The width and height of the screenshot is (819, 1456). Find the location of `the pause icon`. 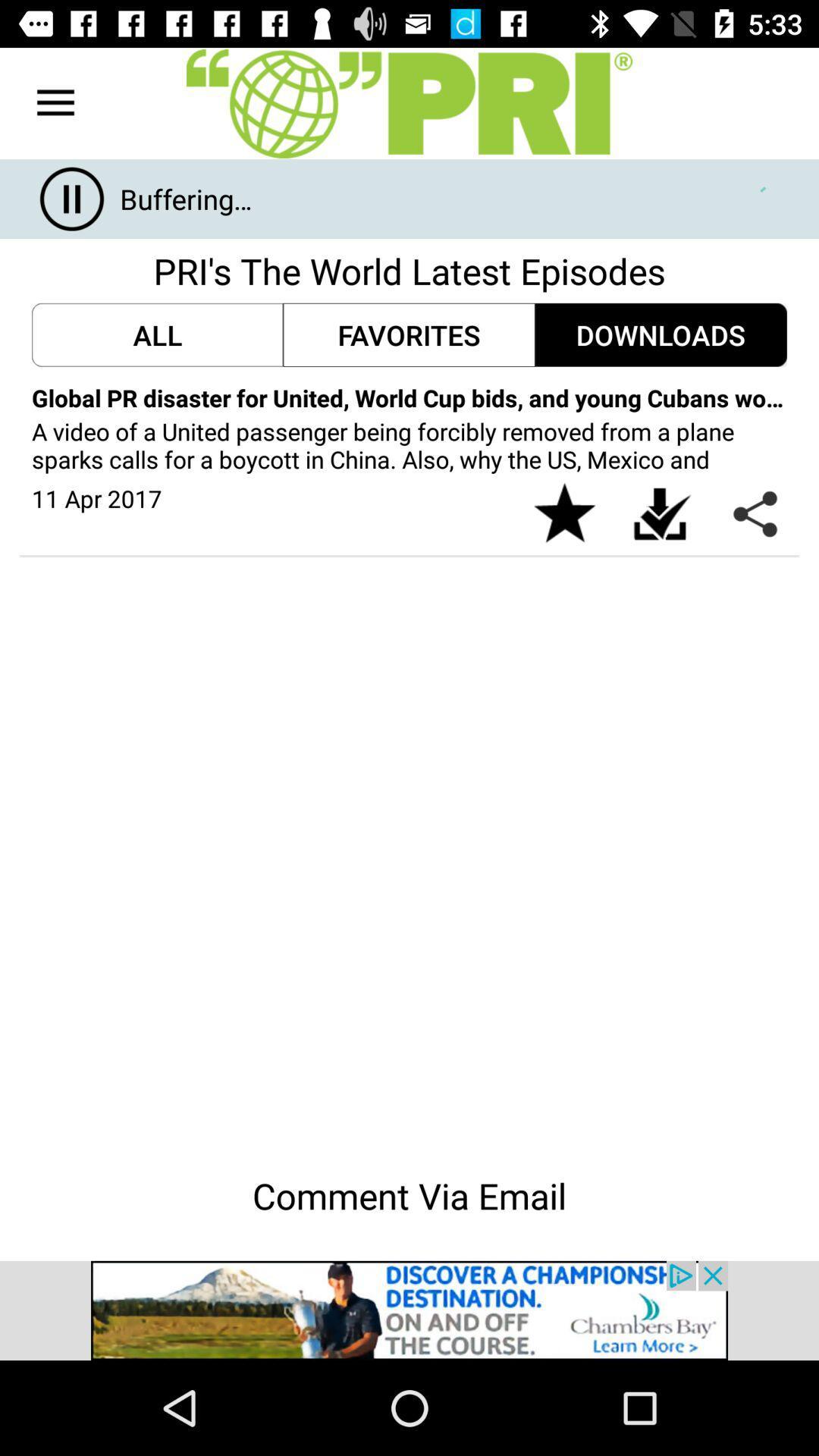

the pause icon is located at coordinates (71, 198).